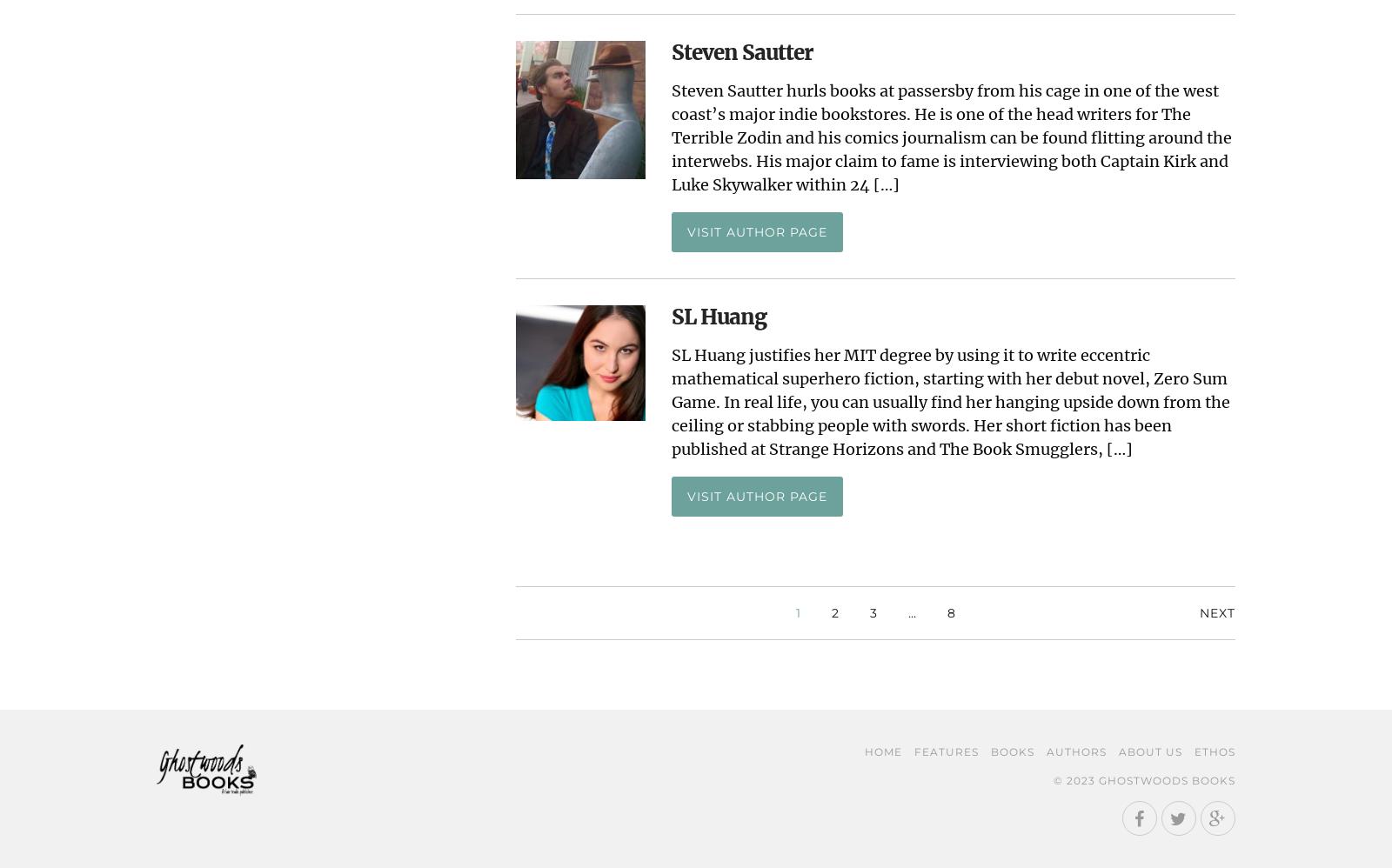  Describe the element at coordinates (1013, 751) in the screenshot. I see `'Books'` at that location.